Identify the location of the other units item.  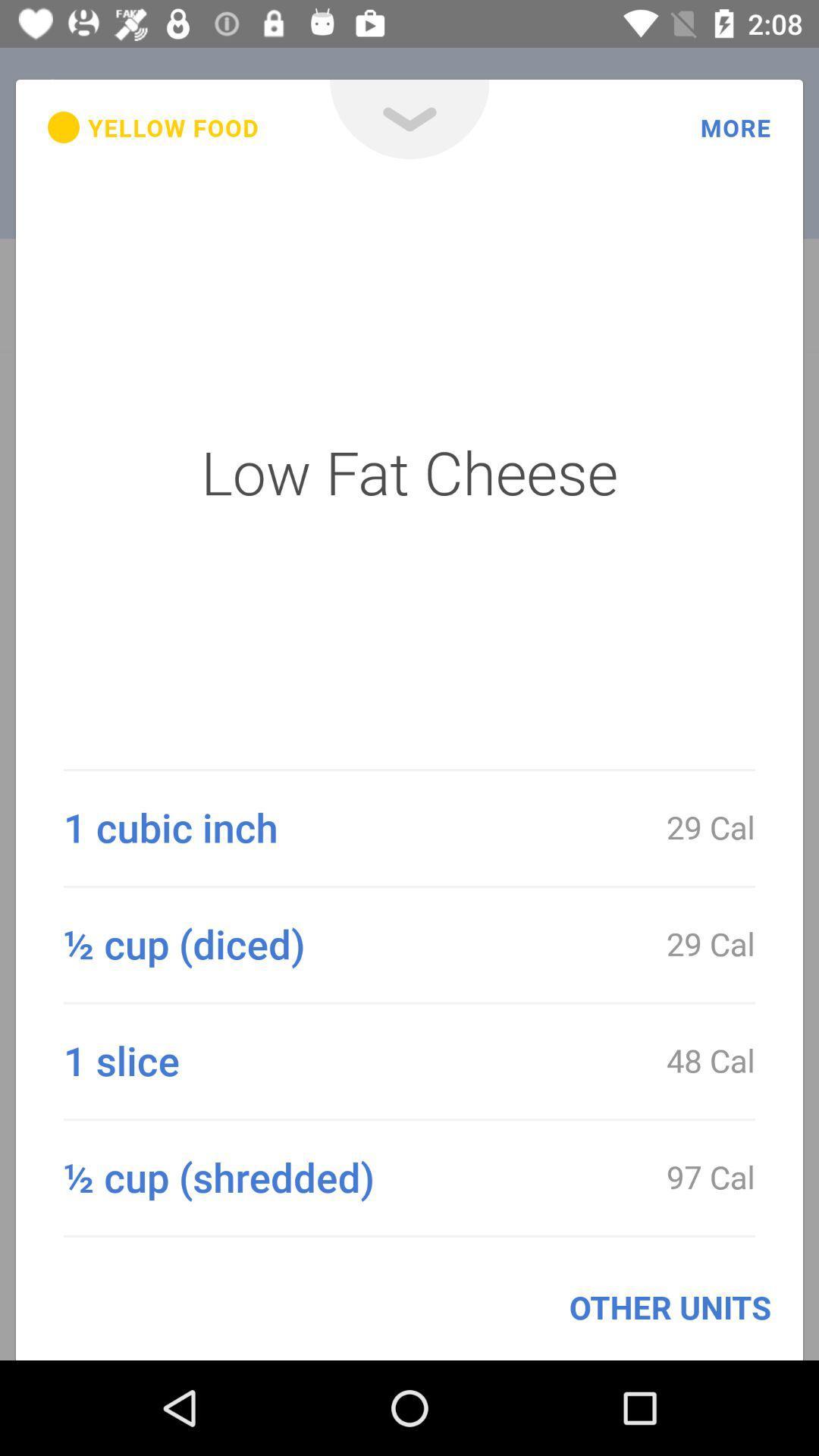
(669, 1306).